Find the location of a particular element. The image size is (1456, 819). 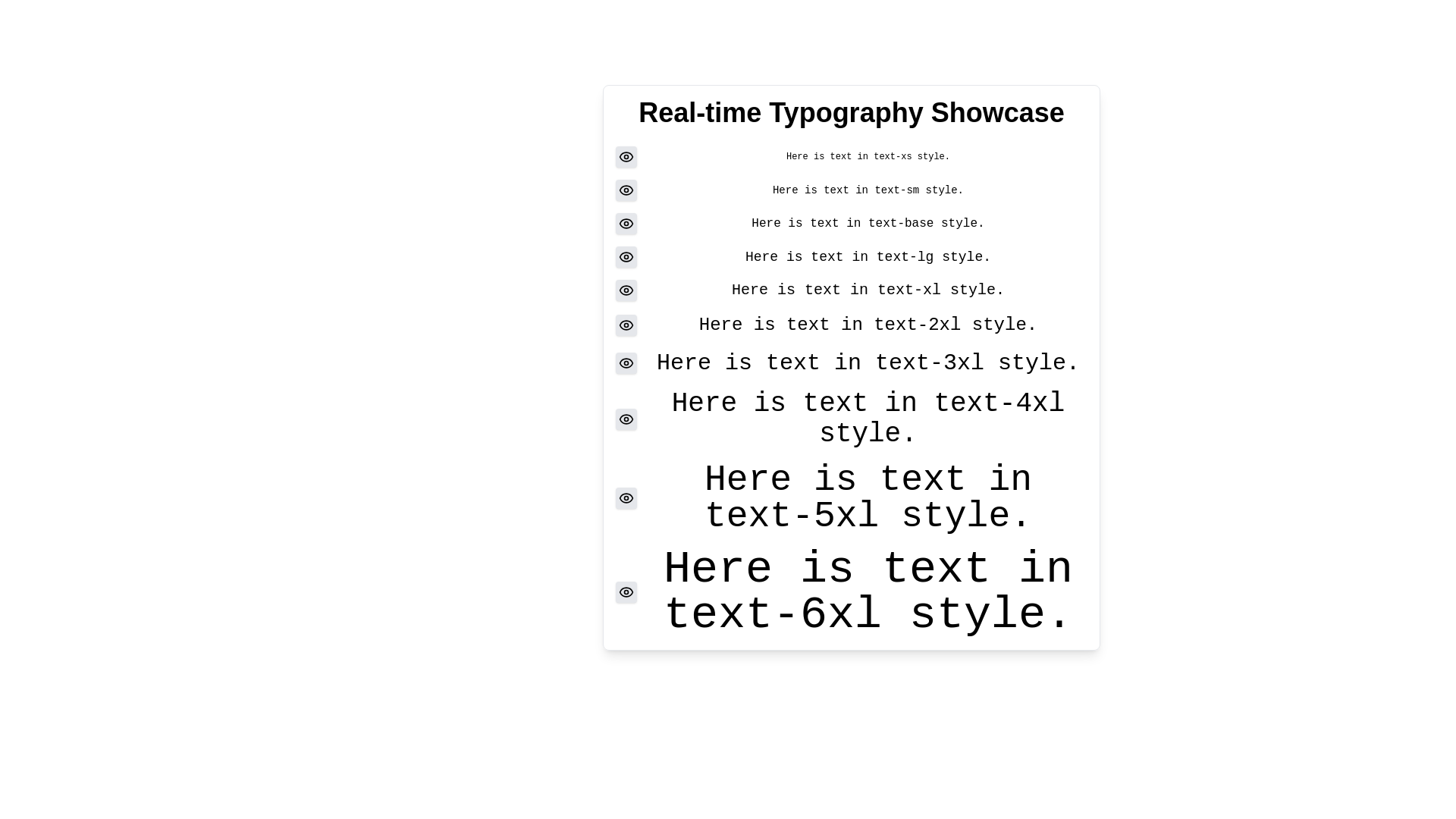

the small, square button with a light-gray background and an eye icon is located at coordinates (626, 157).